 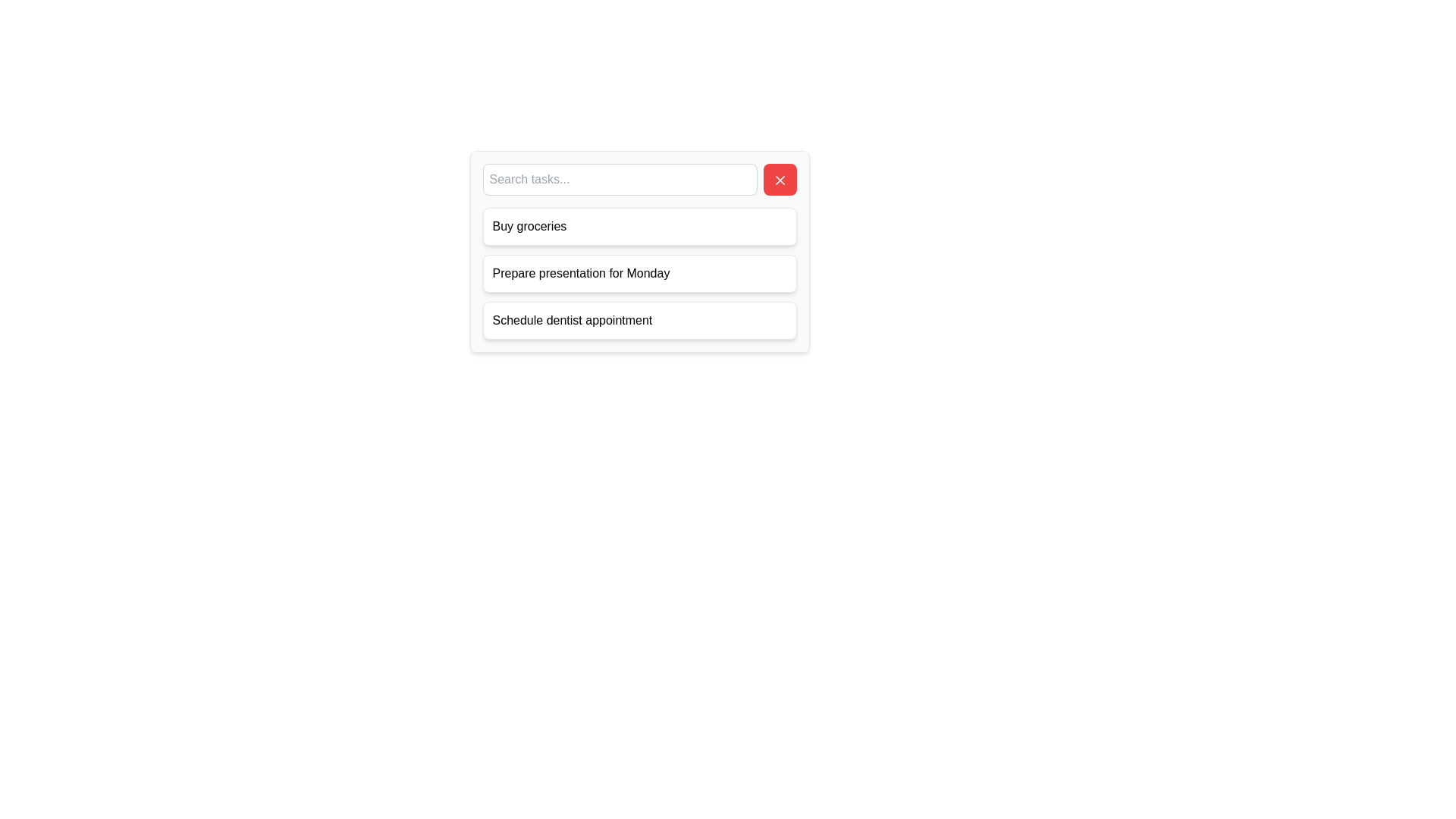 What do you see at coordinates (780, 179) in the screenshot?
I see `the SVG icon located in the top-right corner of the search bar component, which is part of a red square button with rounded edges` at bounding box center [780, 179].